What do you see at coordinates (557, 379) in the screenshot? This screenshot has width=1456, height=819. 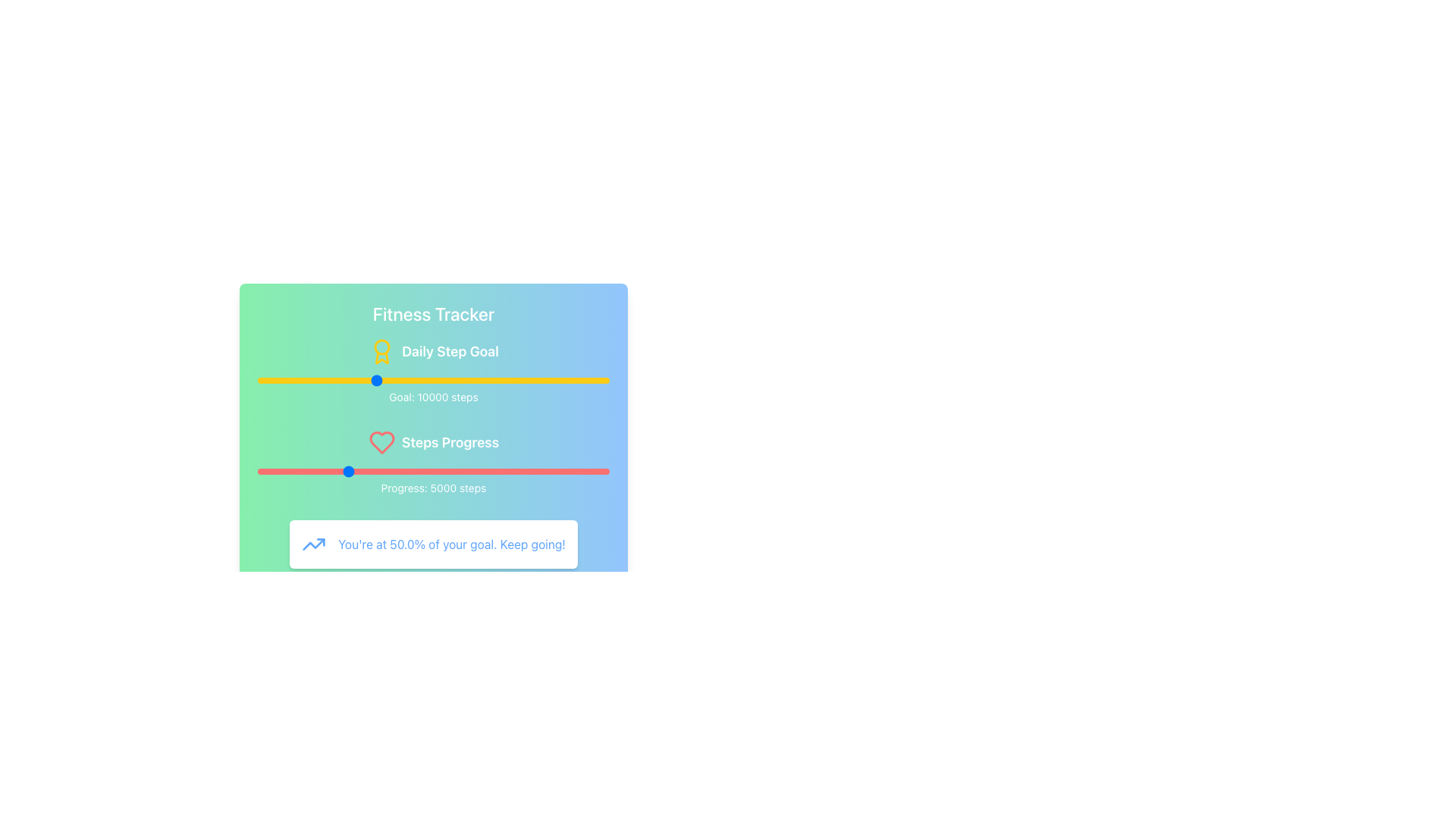 I see `the daily step goal` at bounding box center [557, 379].